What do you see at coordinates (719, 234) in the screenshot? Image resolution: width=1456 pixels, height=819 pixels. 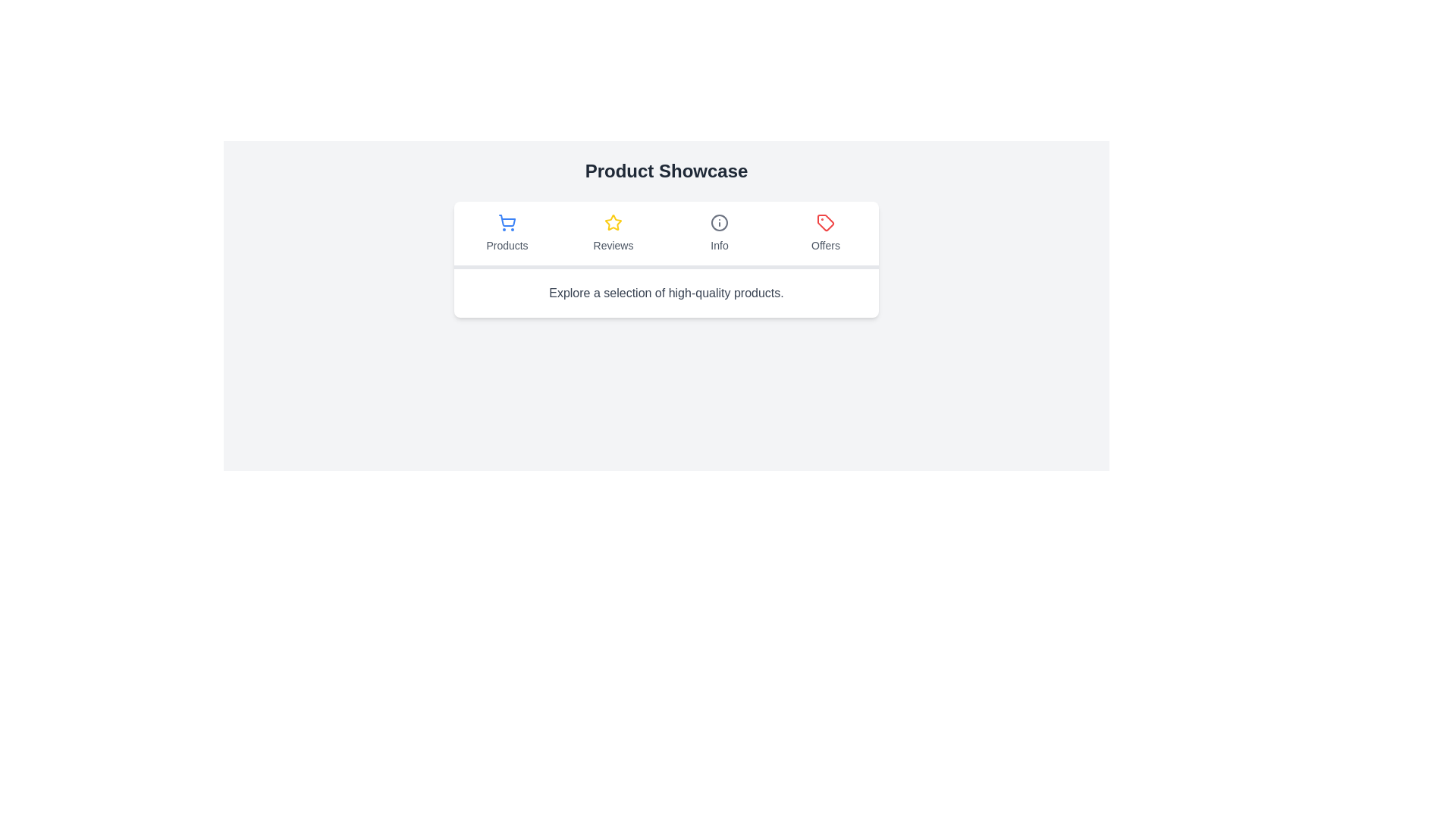 I see `the 'Info' button with an informational icon in the navigation bar, which is located between 'Reviews' and 'Offers'` at bounding box center [719, 234].